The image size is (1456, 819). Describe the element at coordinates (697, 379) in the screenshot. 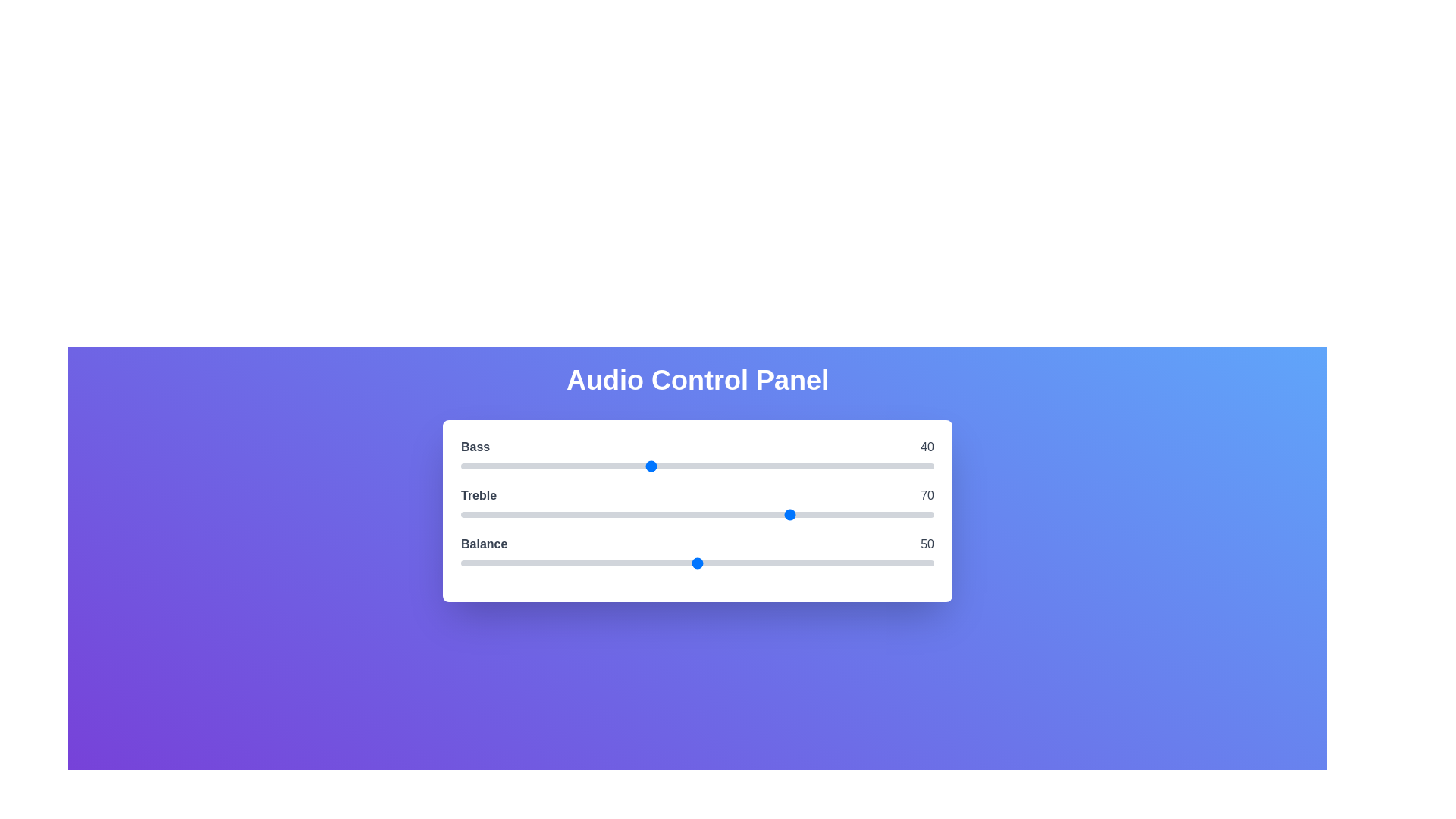

I see `the title text 'Audio Control Panel'` at that location.